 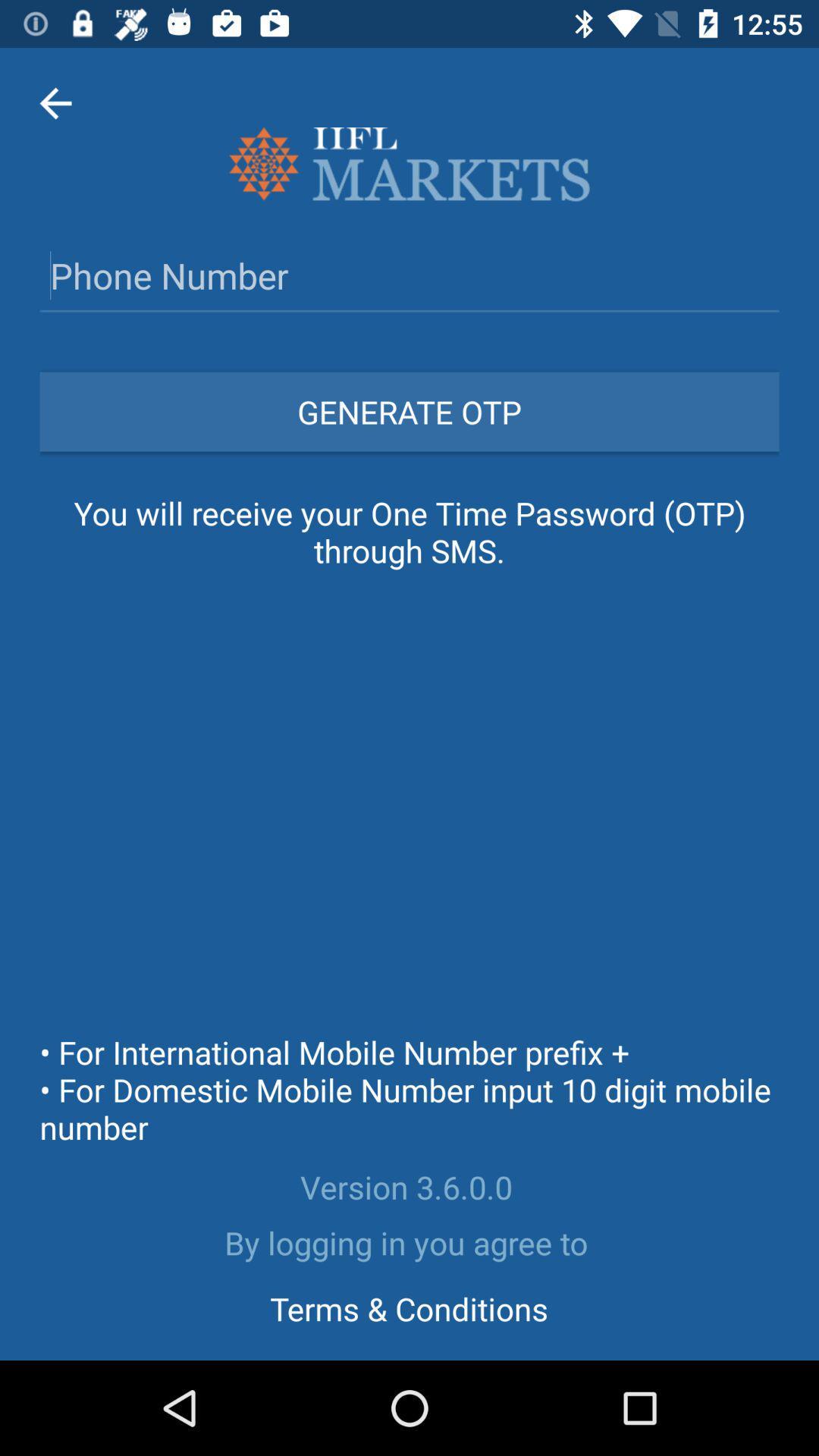 What do you see at coordinates (409, 1186) in the screenshot?
I see `version 3 6` at bounding box center [409, 1186].